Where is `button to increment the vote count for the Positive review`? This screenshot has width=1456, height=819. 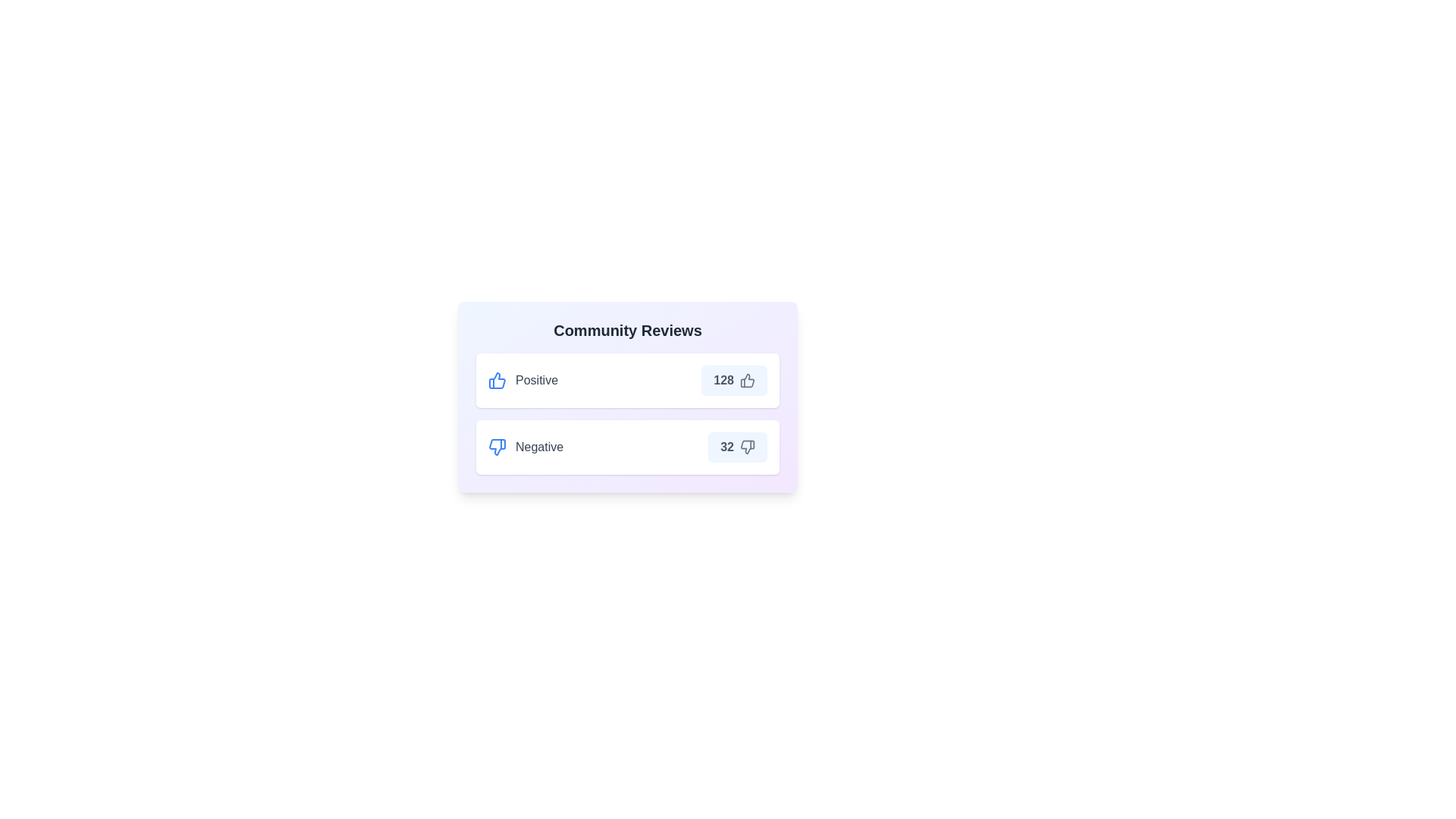
button to increment the vote count for the Positive review is located at coordinates (734, 379).